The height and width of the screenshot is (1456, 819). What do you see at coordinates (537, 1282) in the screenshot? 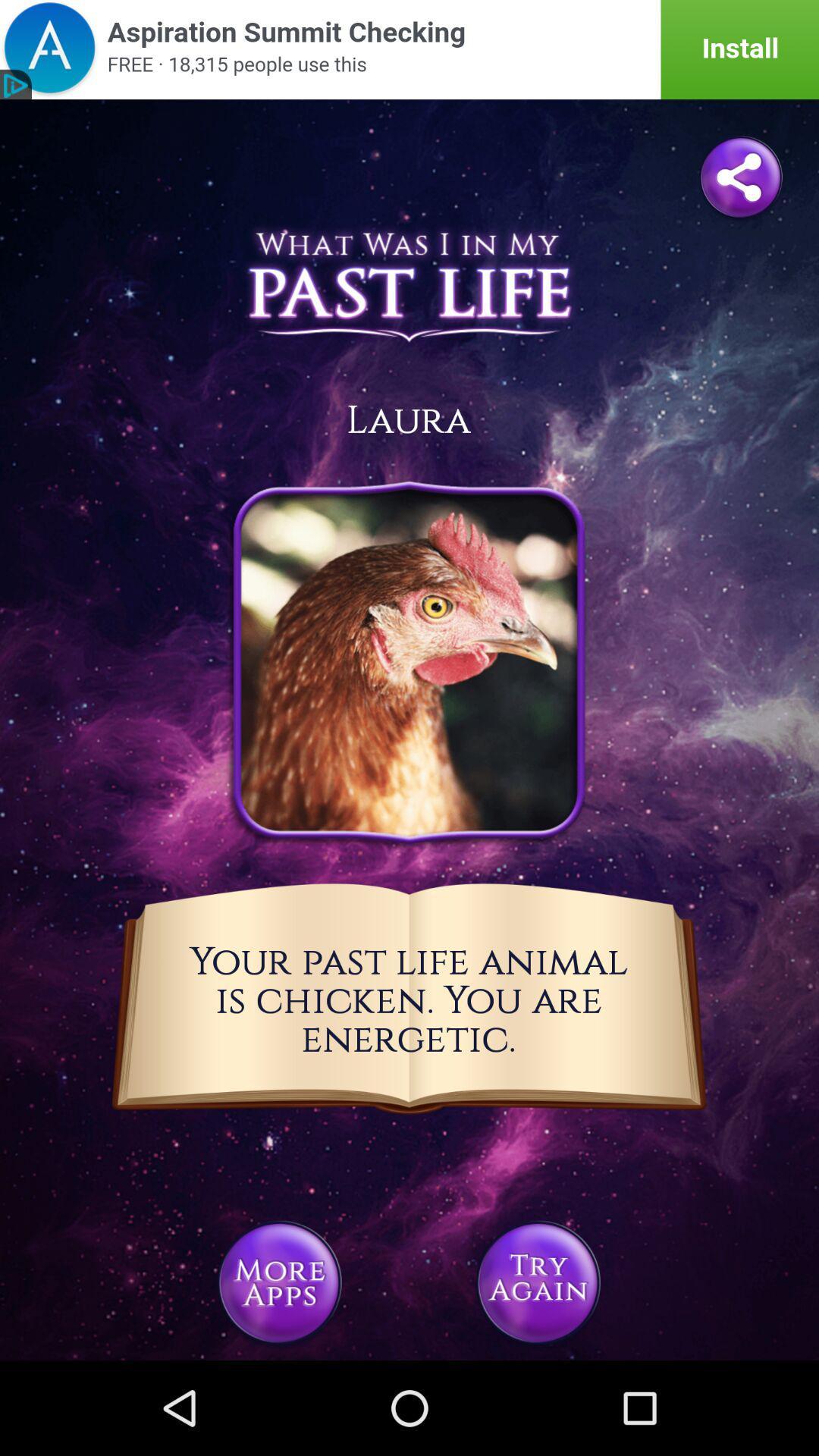
I see `try quiz again` at bounding box center [537, 1282].